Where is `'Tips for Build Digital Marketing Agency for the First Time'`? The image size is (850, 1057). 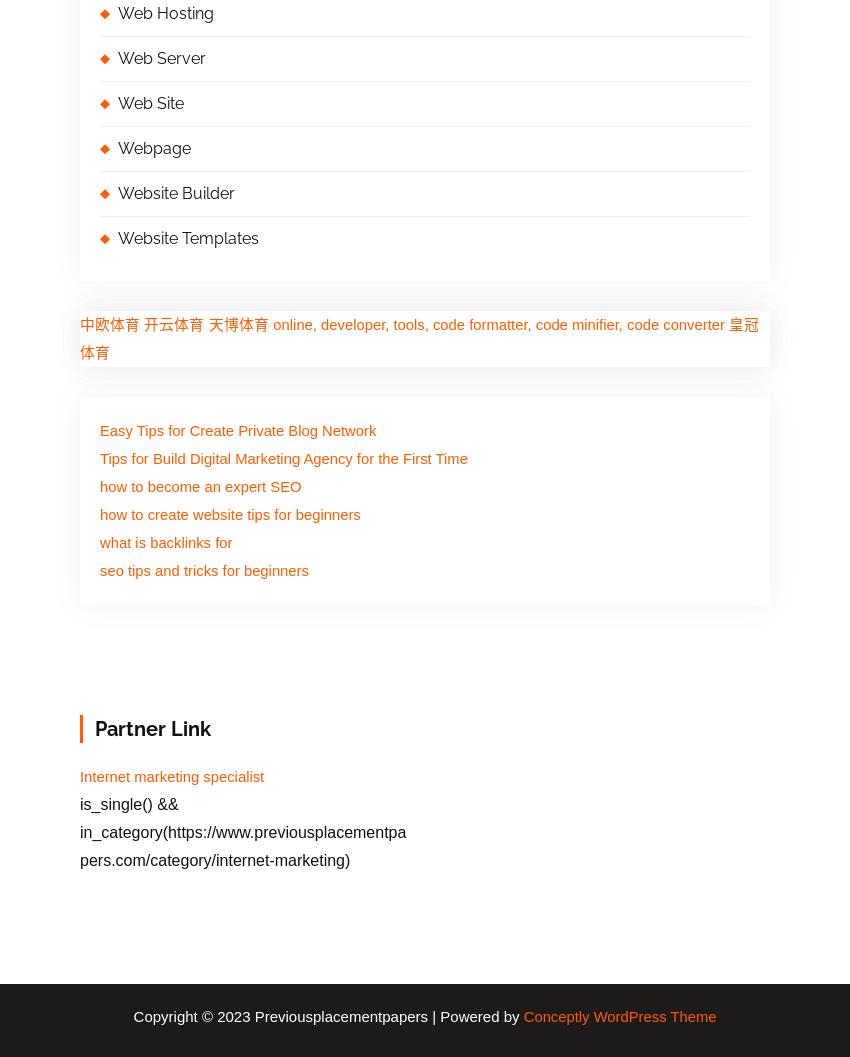 'Tips for Build Digital Marketing Agency for the First Time' is located at coordinates (282, 458).